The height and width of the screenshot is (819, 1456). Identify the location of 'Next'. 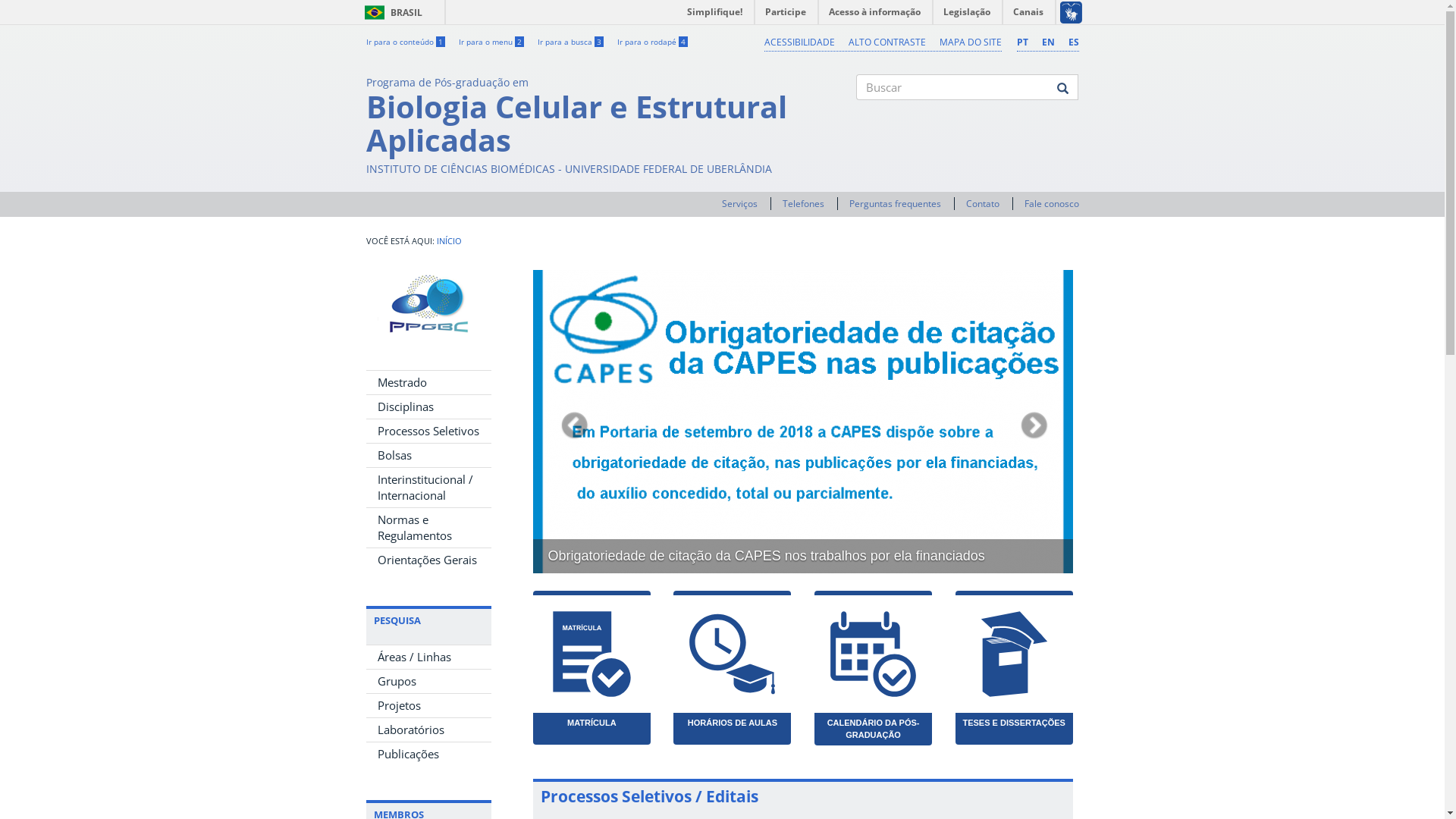
(1031, 421).